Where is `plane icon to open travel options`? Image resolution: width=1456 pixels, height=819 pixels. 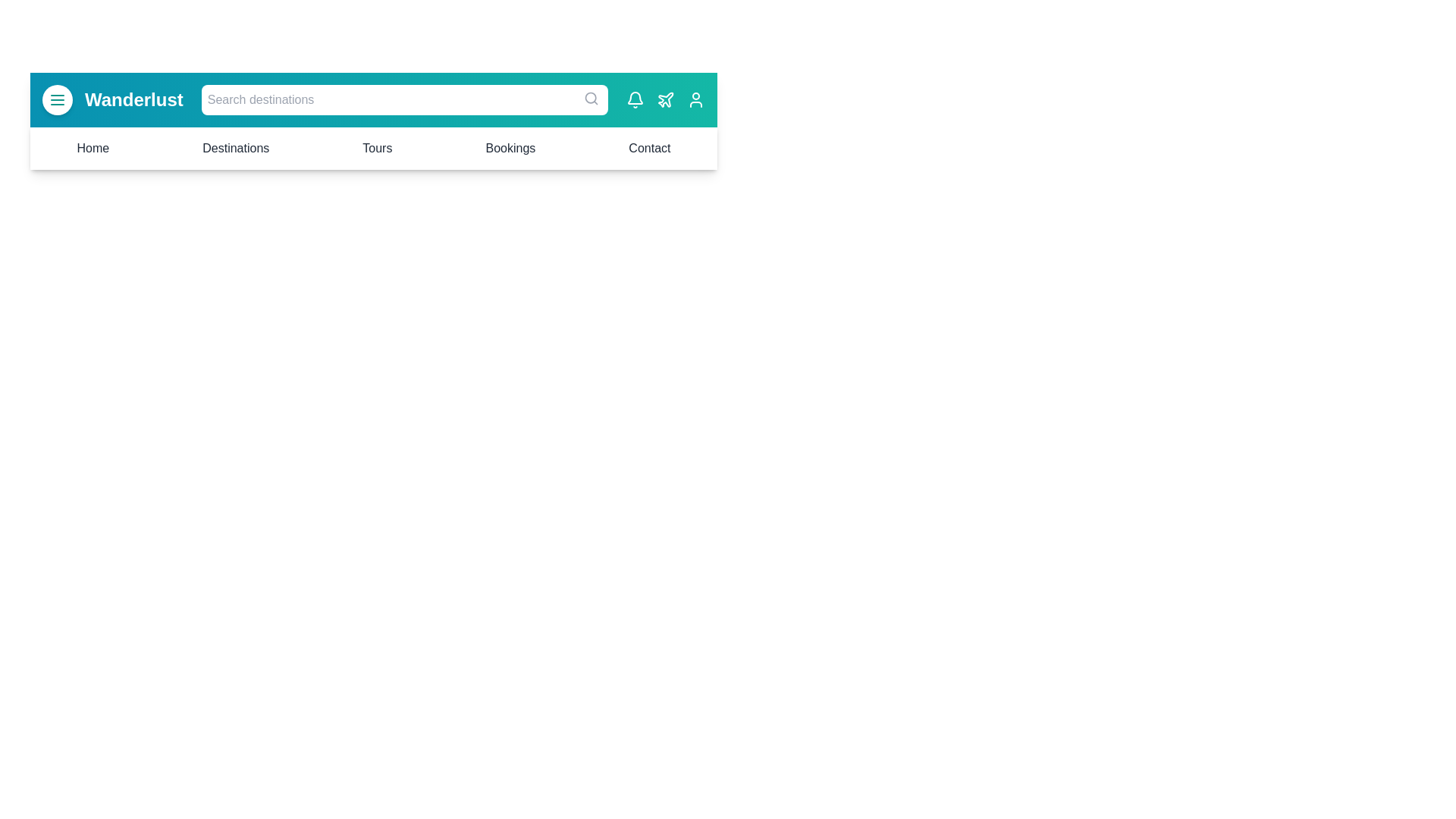 plane icon to open travel options is located at coordinates (666, 99).